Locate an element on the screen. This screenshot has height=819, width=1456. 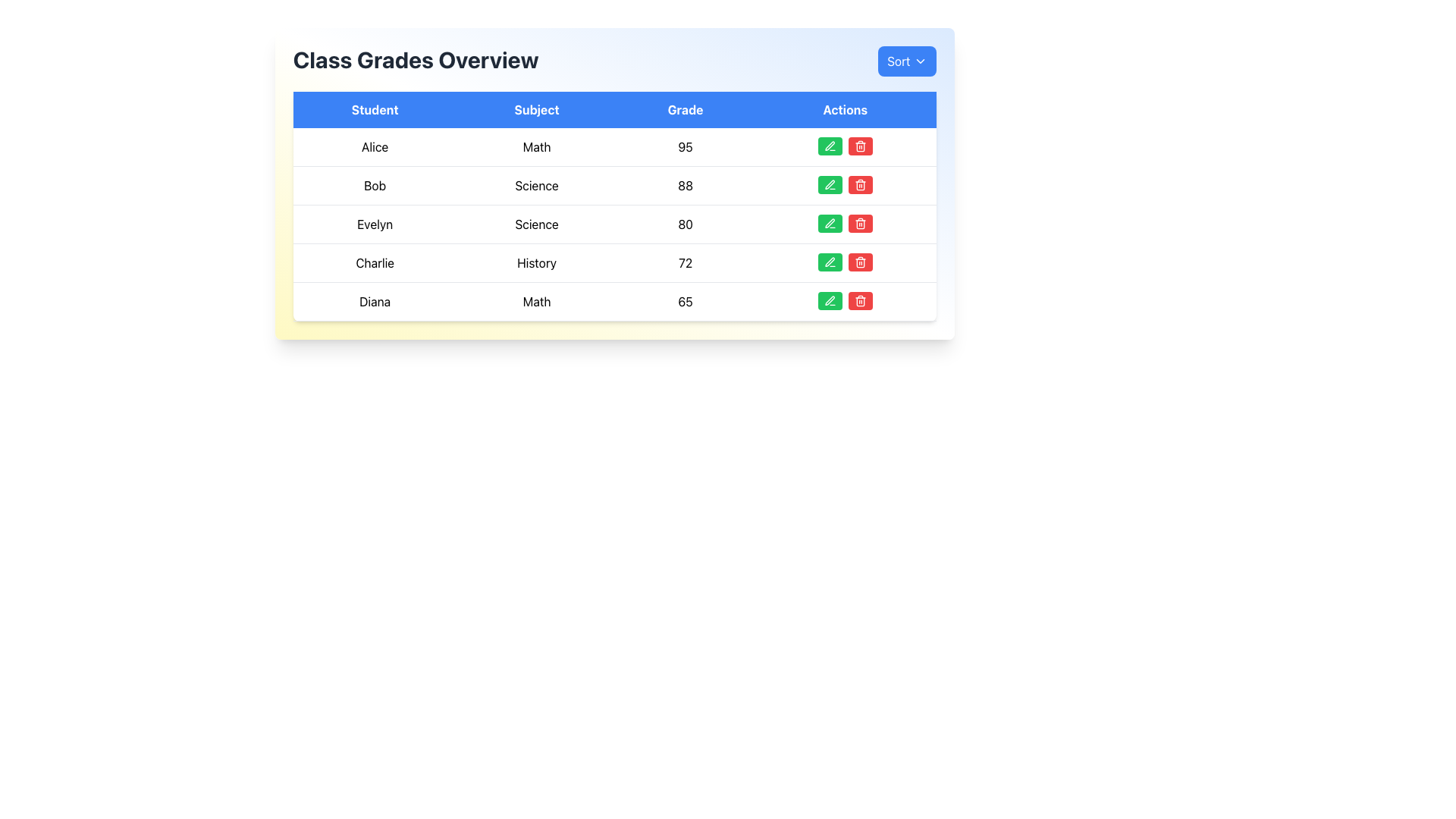
text displayed in the label for the student named 'Charlie', which is located in the first column of the table and in the third row is located at coordinates (375, 262).